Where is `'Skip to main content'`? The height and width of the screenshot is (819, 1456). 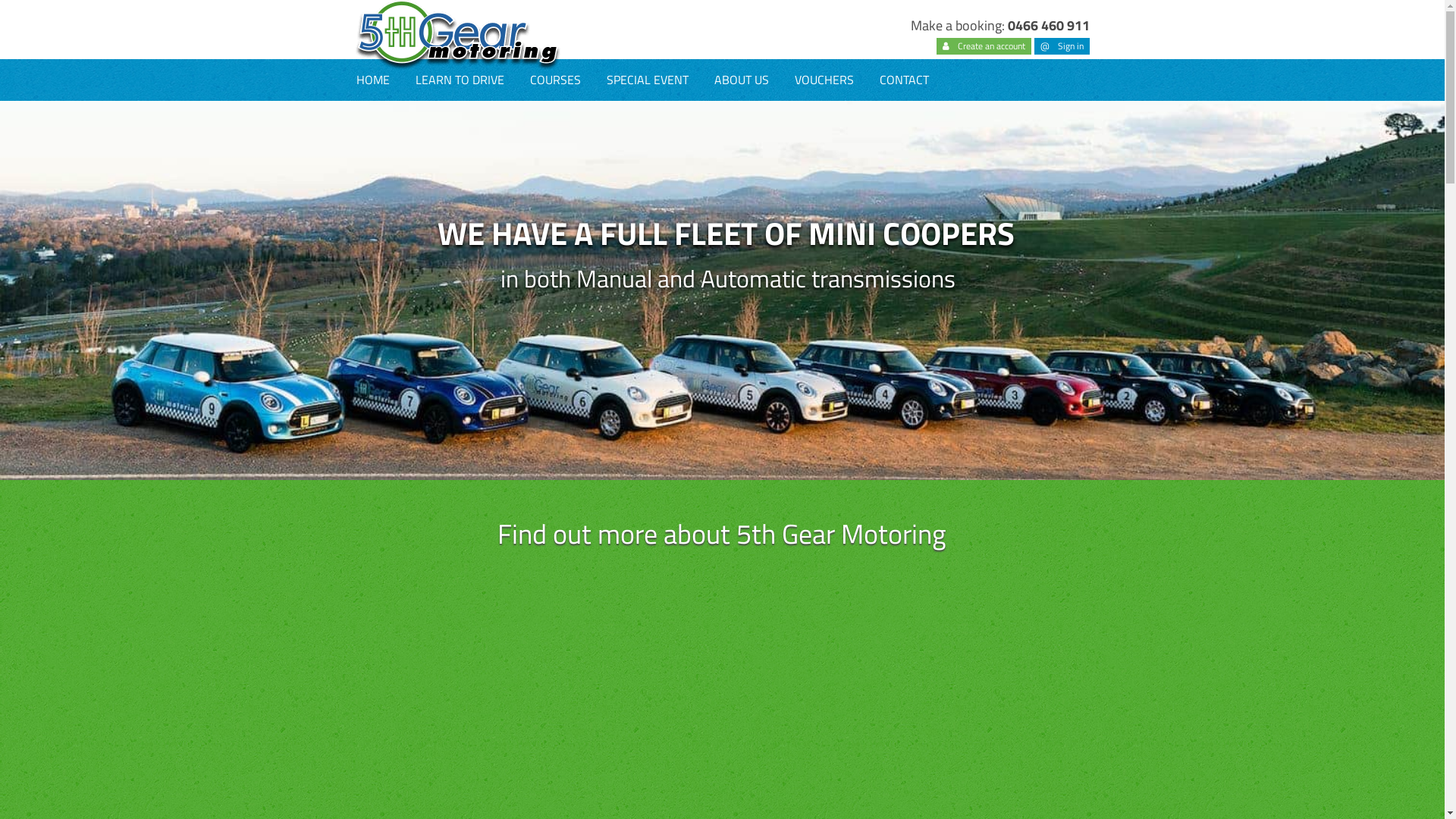 'Skip to main content' is located at coordinates (54, 0).